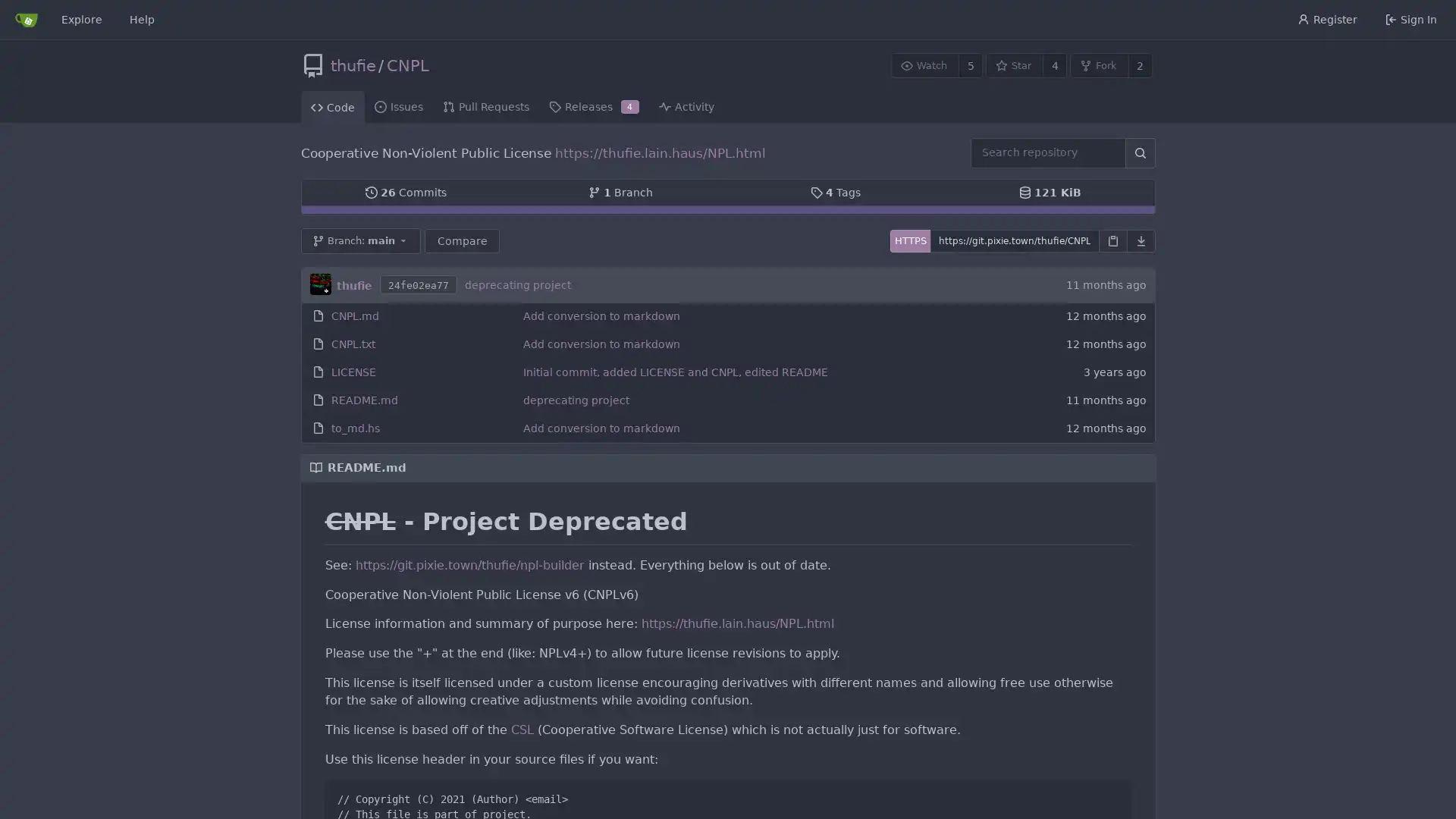 This screenshot has width=1456, height=819. Describe the element at coordinates (924, 64) in the screenshot. I see `Watch` at that location.